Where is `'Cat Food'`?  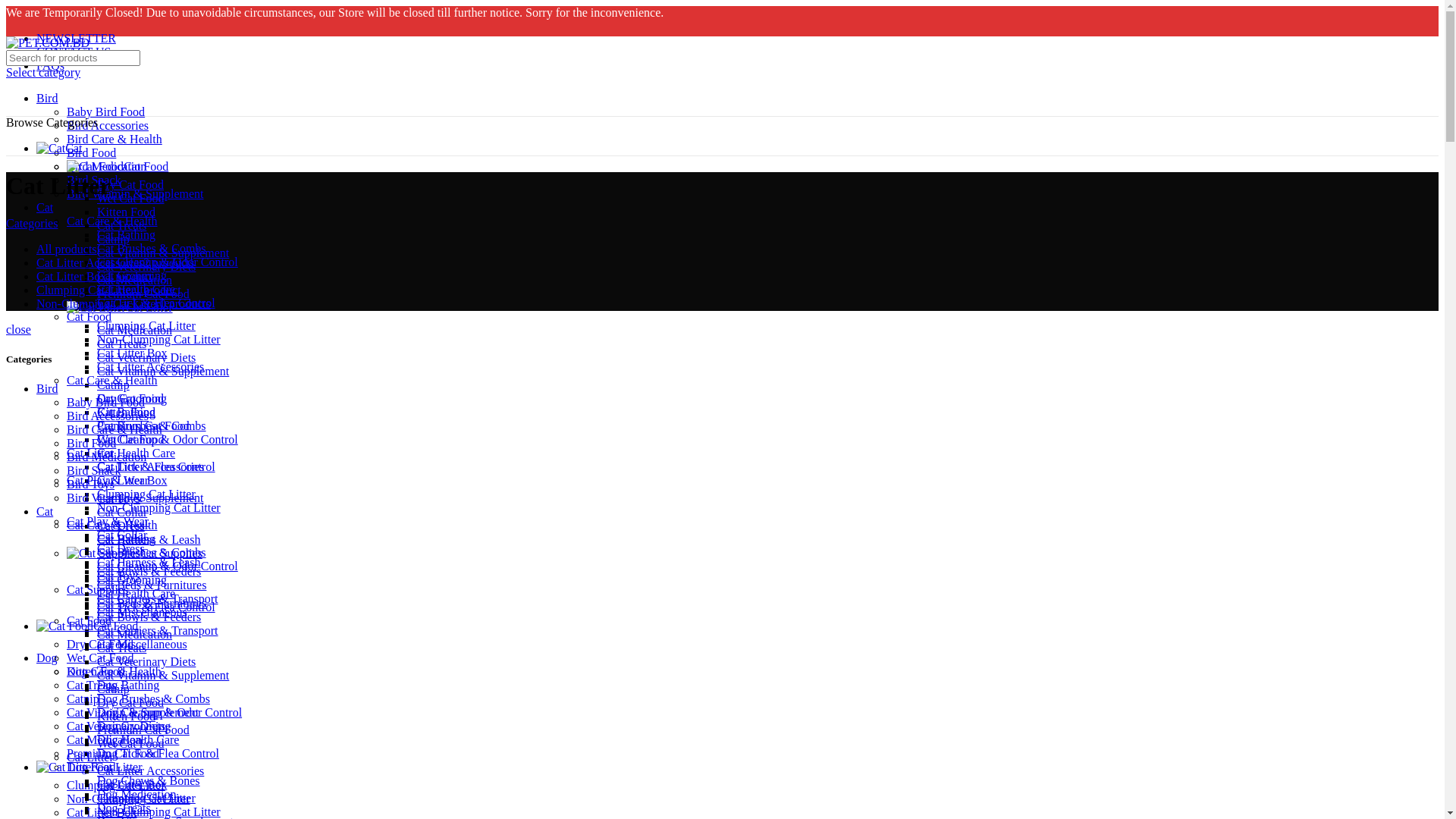 'Cat Food' is located at coordinates (65, 166).